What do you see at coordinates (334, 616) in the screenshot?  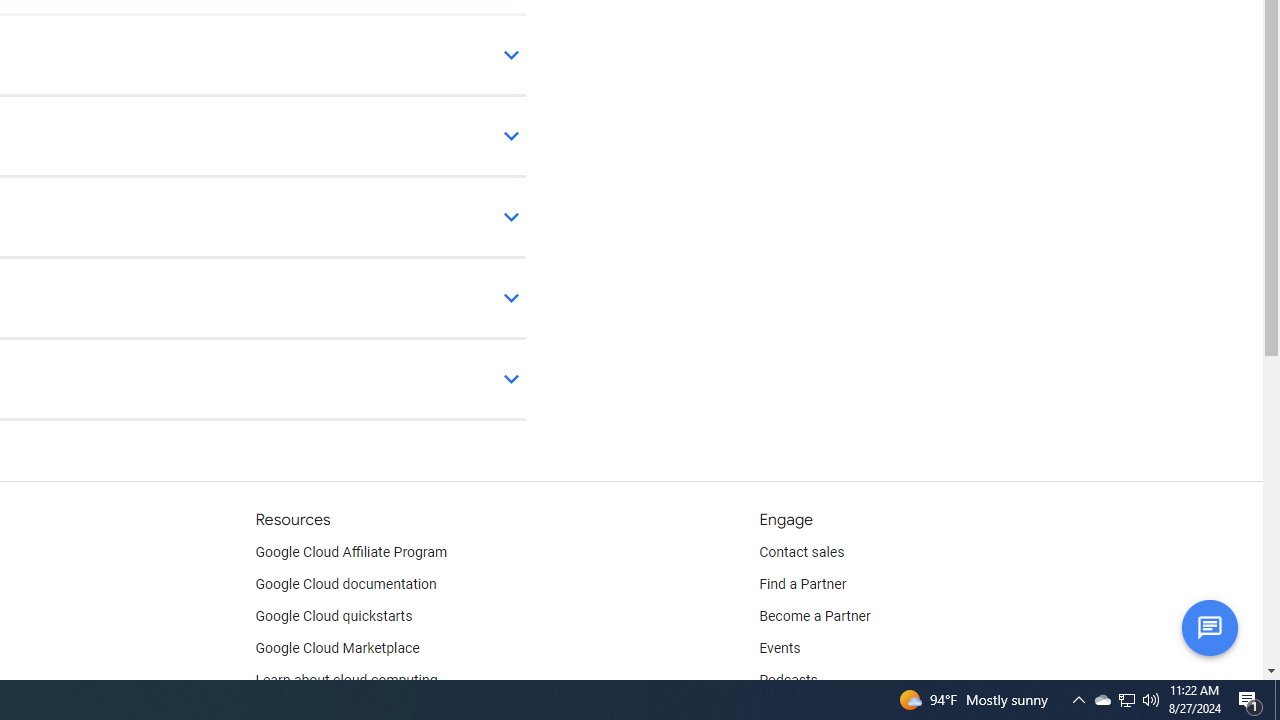 I see `'Google Cloud quickstarts'` at bounding box center [334, 616].